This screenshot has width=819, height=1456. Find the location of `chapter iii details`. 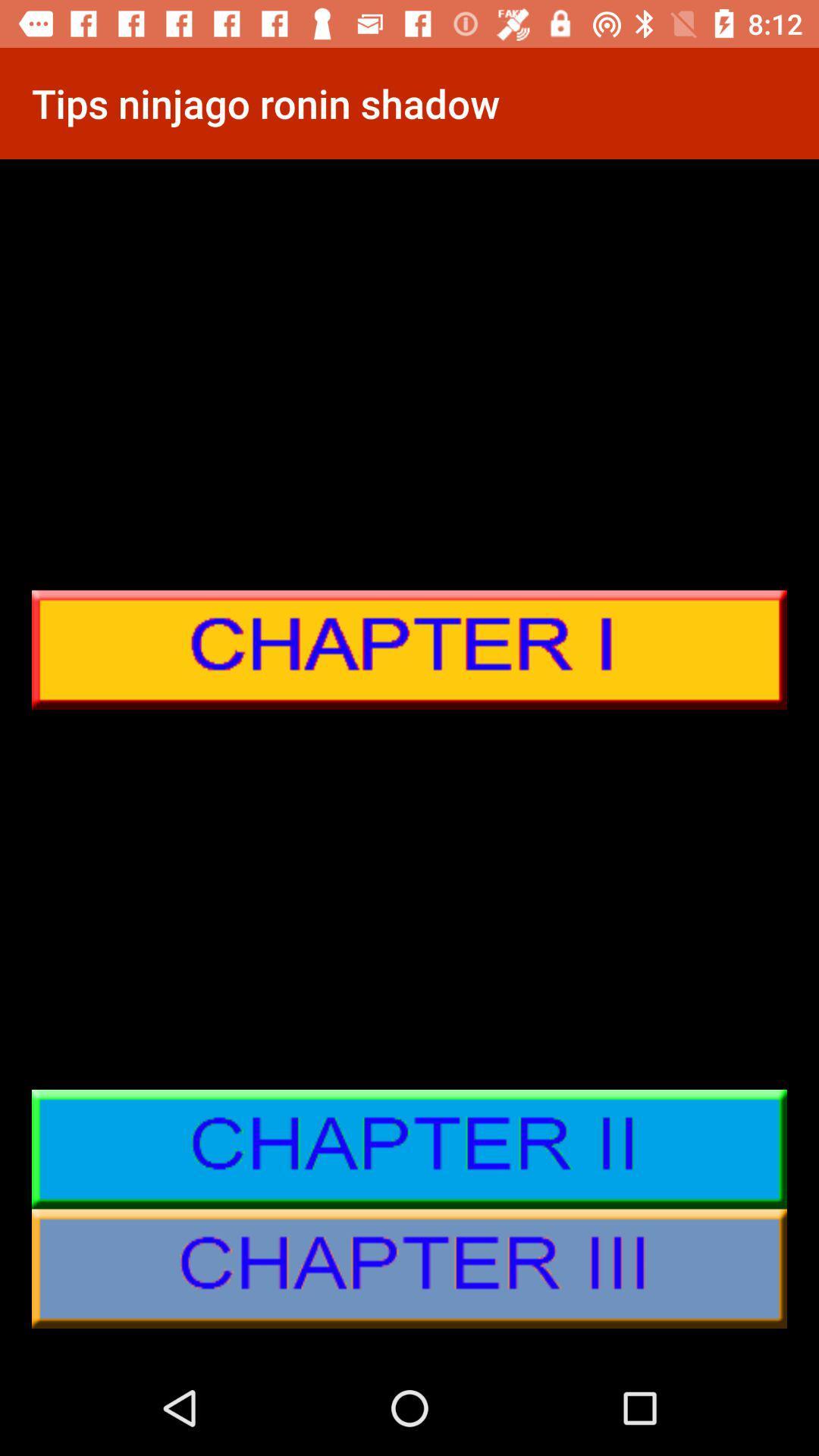

chapter iii details is located at coordinates (409, 1269).